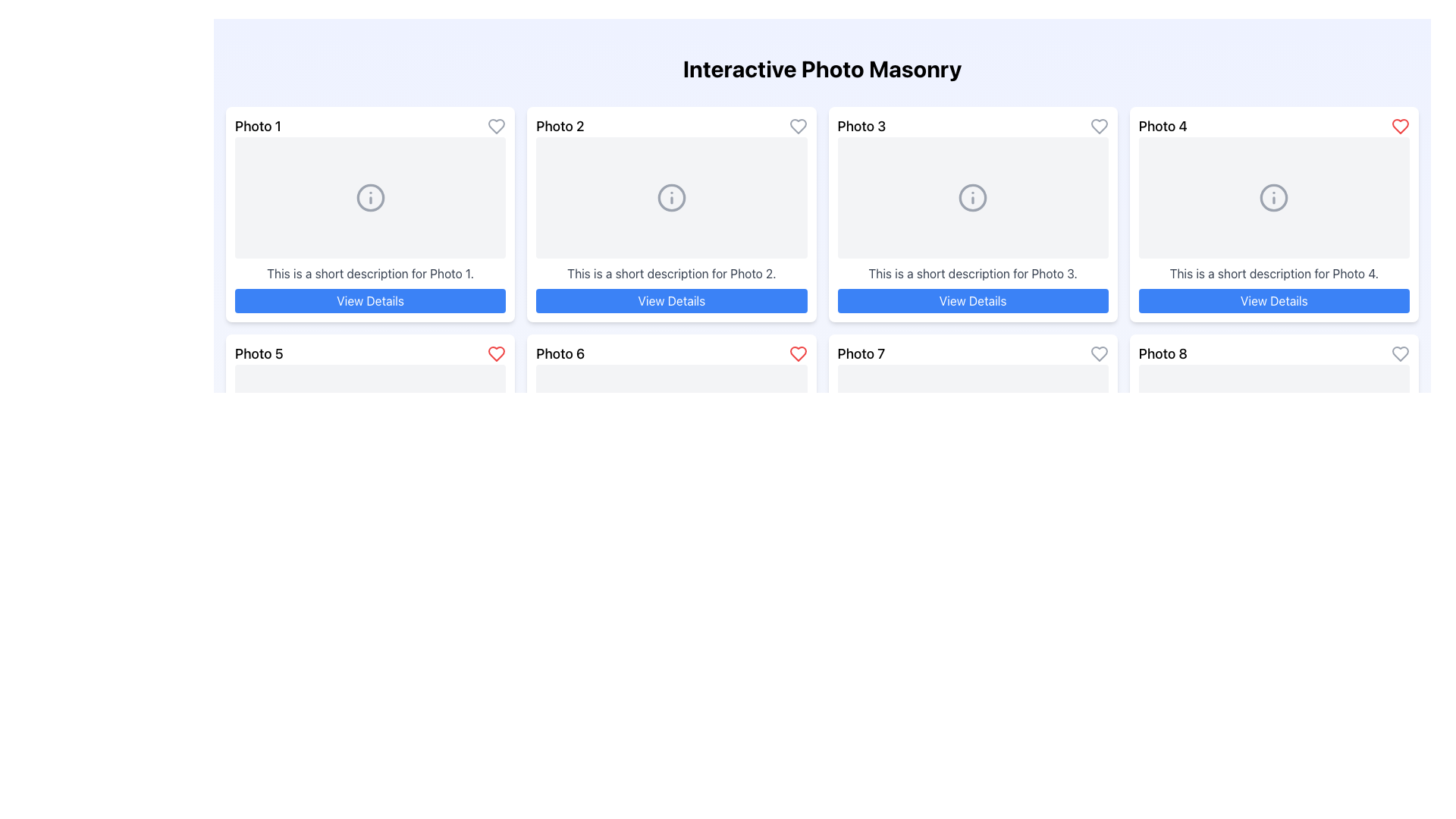  I want to click on the heart-shaped icon in the top right corner of the card labeled 'Photo 4', so click(1400, 125).